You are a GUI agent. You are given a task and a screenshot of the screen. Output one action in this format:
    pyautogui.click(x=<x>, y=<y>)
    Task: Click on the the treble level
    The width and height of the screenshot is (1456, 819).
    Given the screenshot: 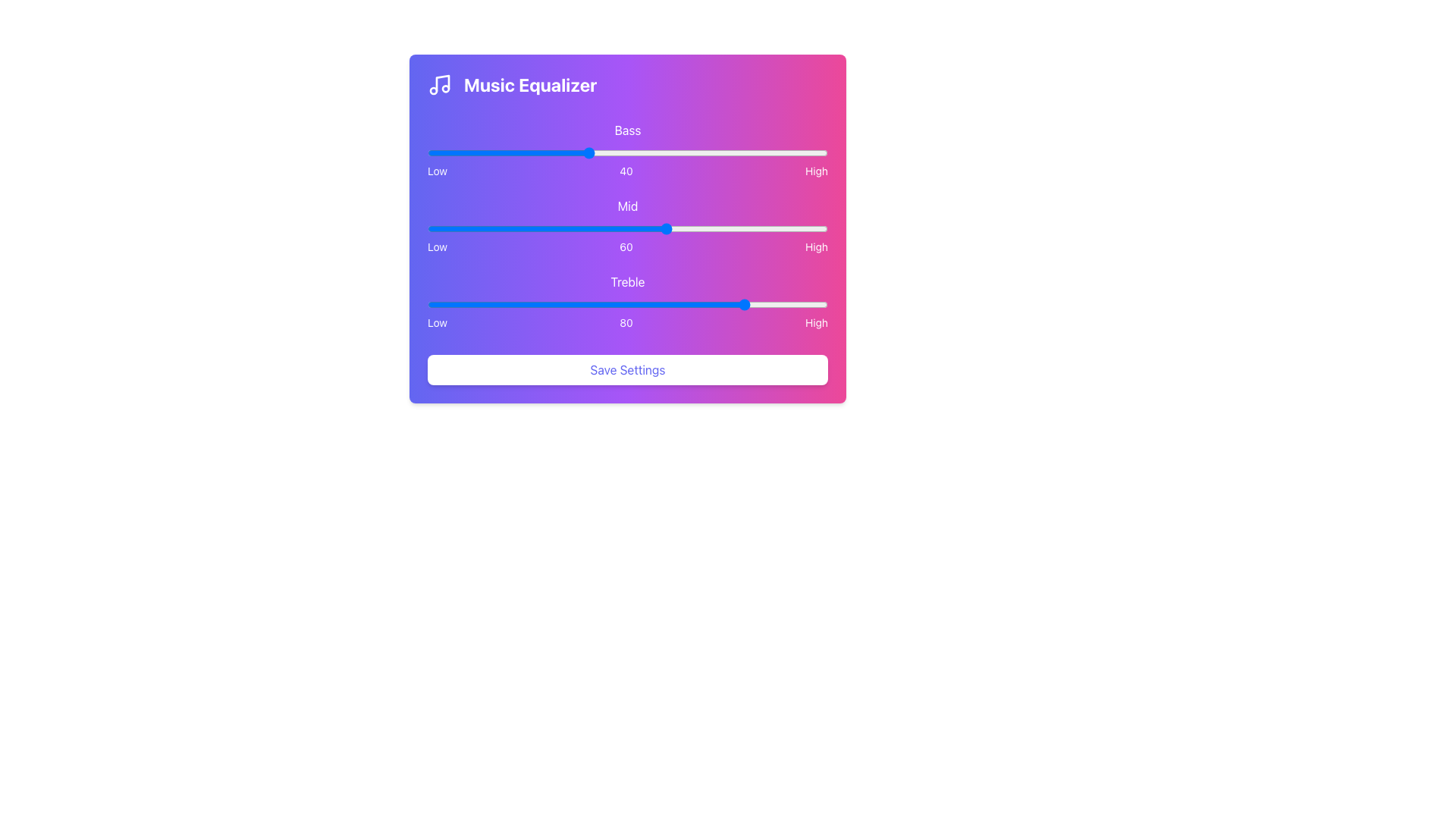 What is the action you would take?
    pyautogui.click(x=482, y=304)
    